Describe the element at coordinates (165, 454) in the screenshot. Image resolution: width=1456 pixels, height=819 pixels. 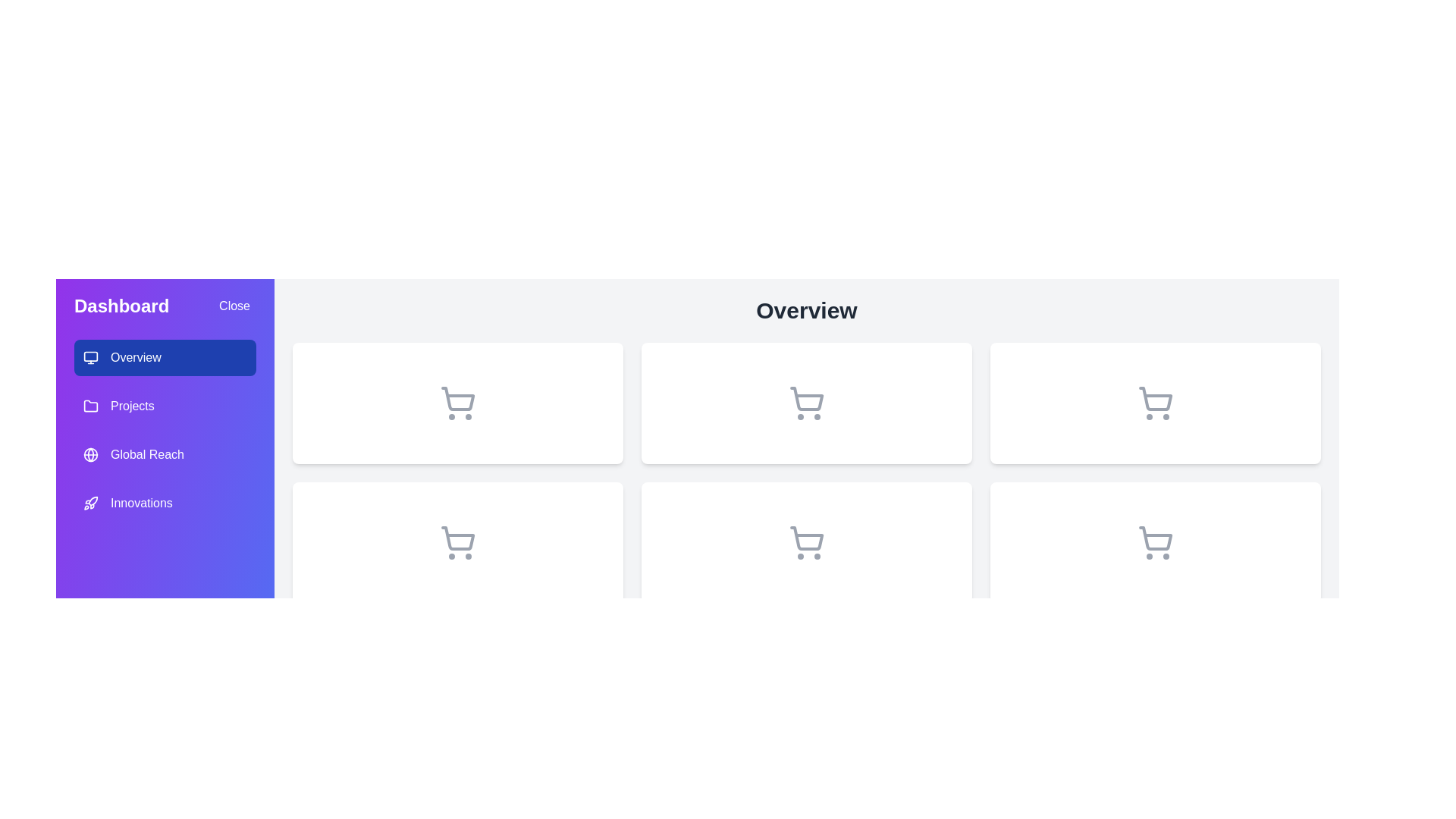
I see `the menu section Global Reach by clicking on its corresponding menu item` at that location.